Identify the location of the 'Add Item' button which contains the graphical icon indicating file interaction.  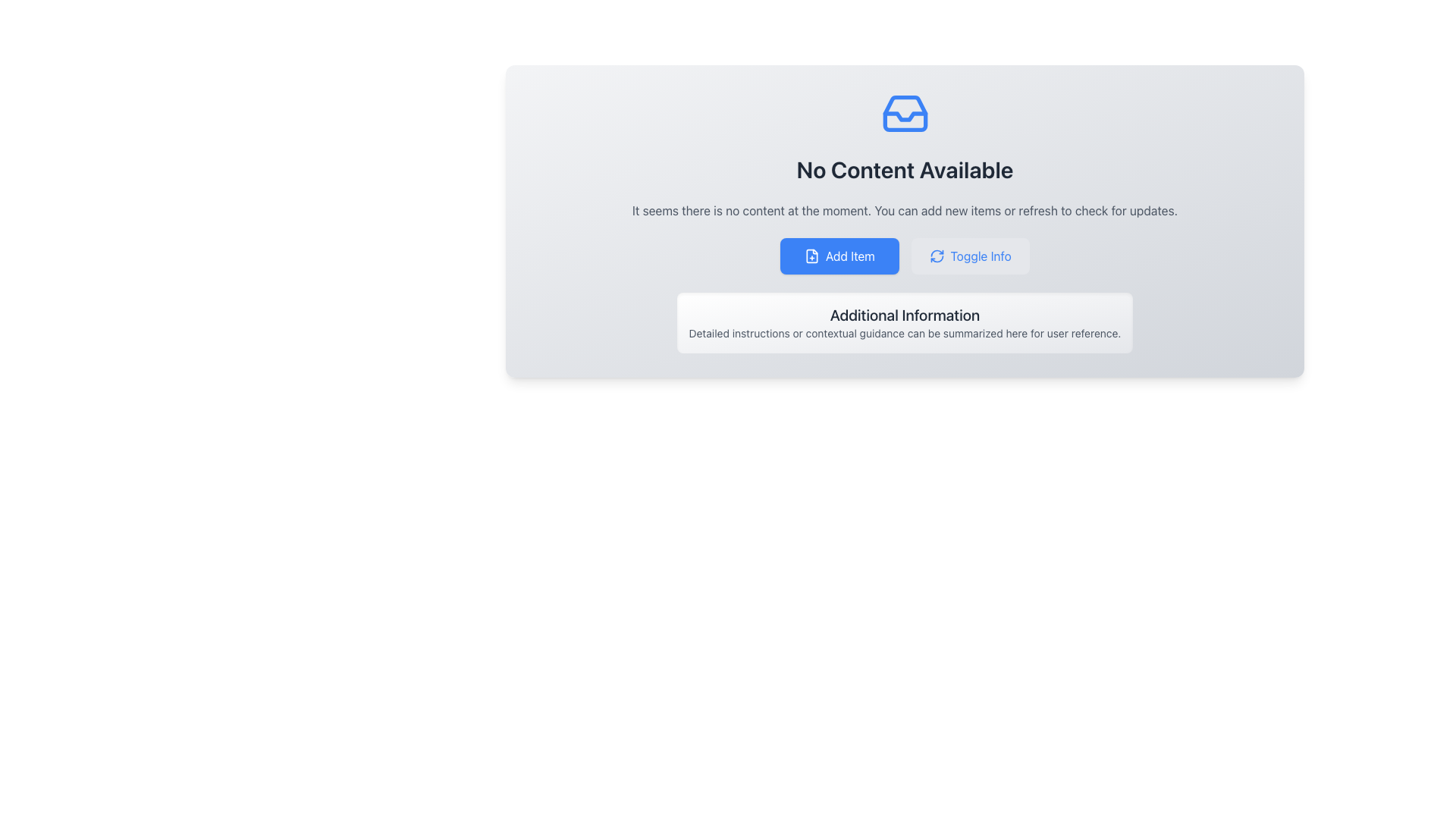
(811, 256).